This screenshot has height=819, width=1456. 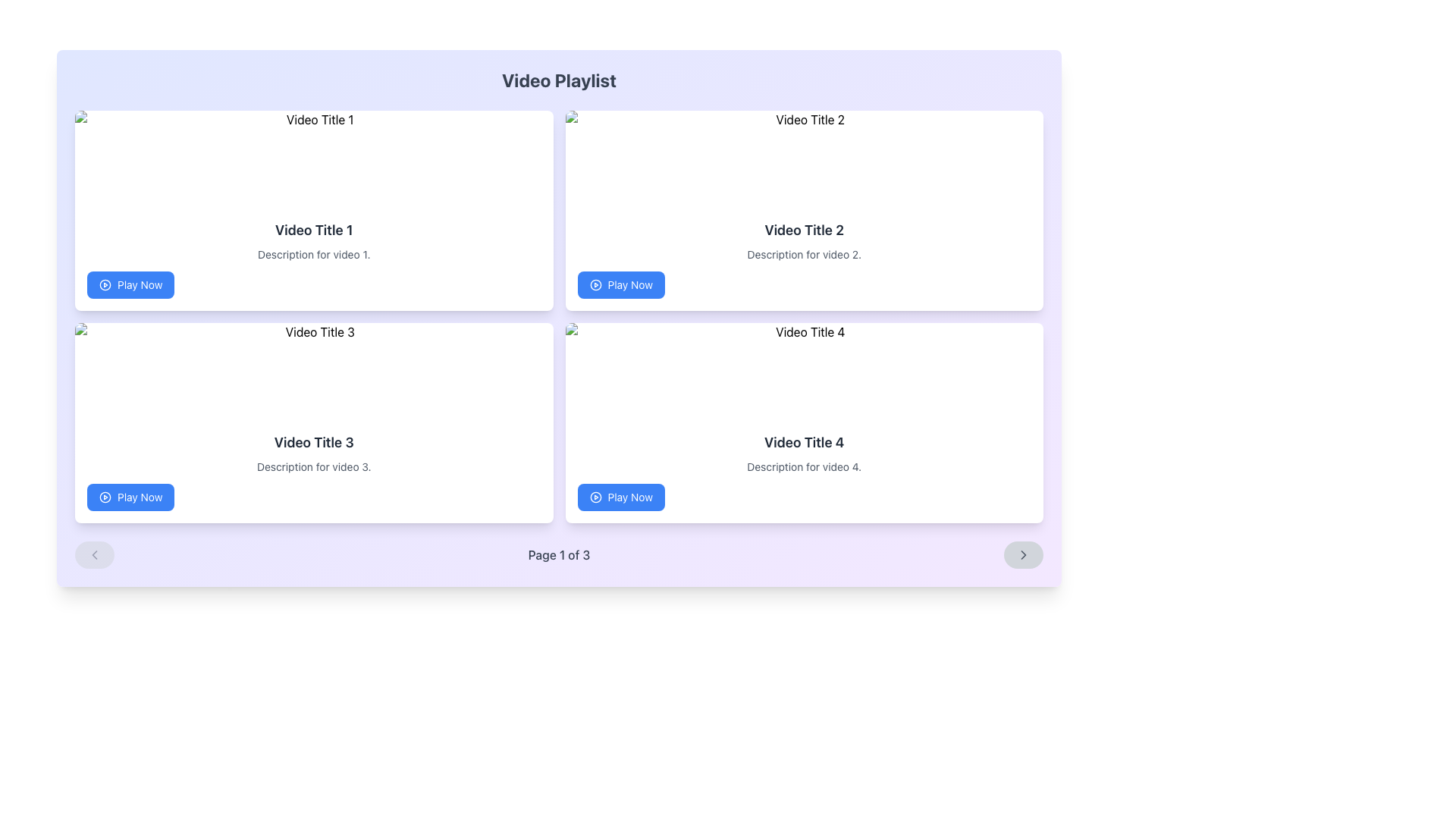 I want to click on the pagination control labeled 'Page 1 of 3' located at the bottom of the layout, which is flanked by left and right chevron buttons, so click(x=558, y=555).